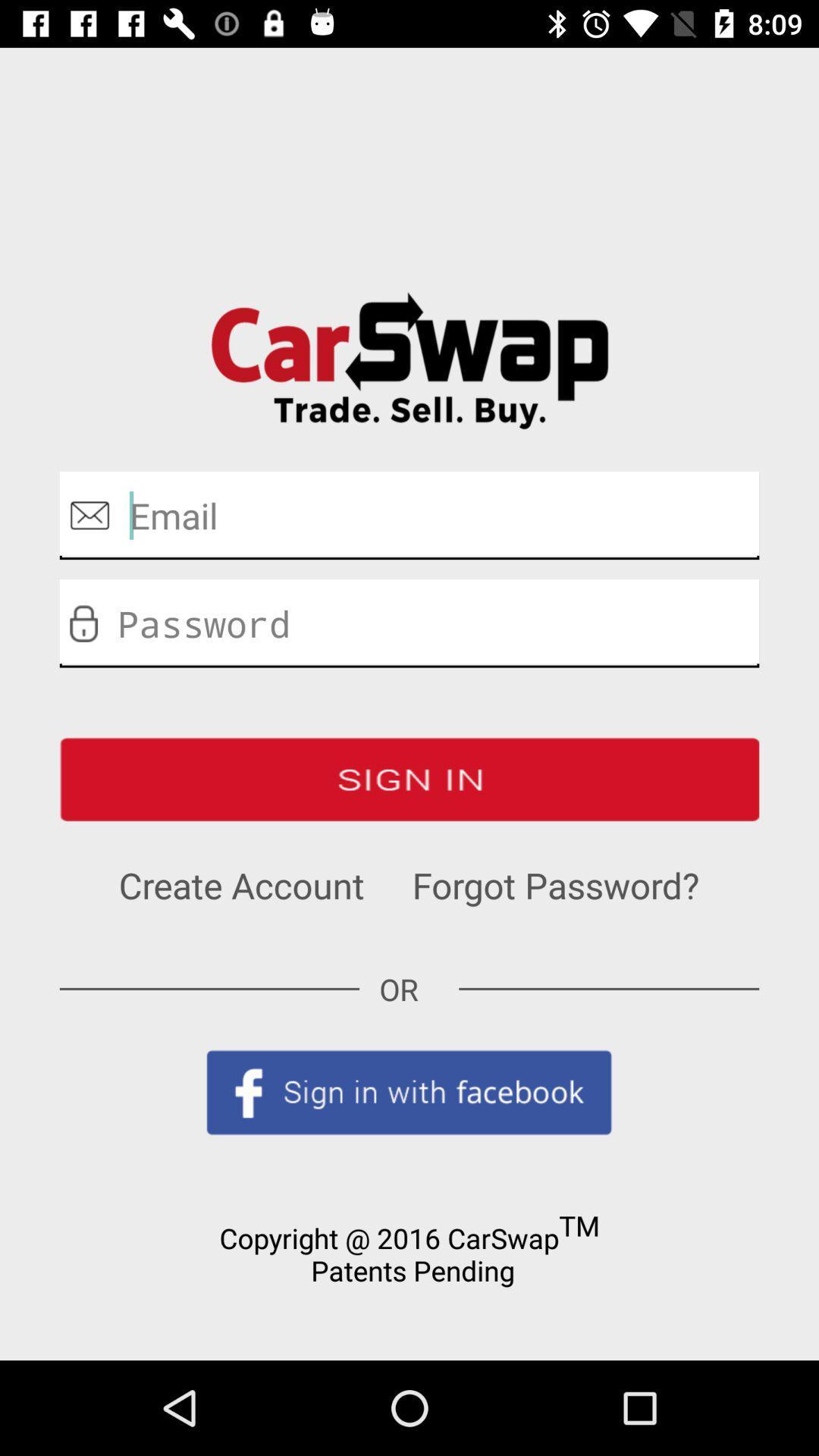 The width and height of the screenshot is (819, 1456). I want to click on this is the text box where we enter the security password for login, so click(409, 623).